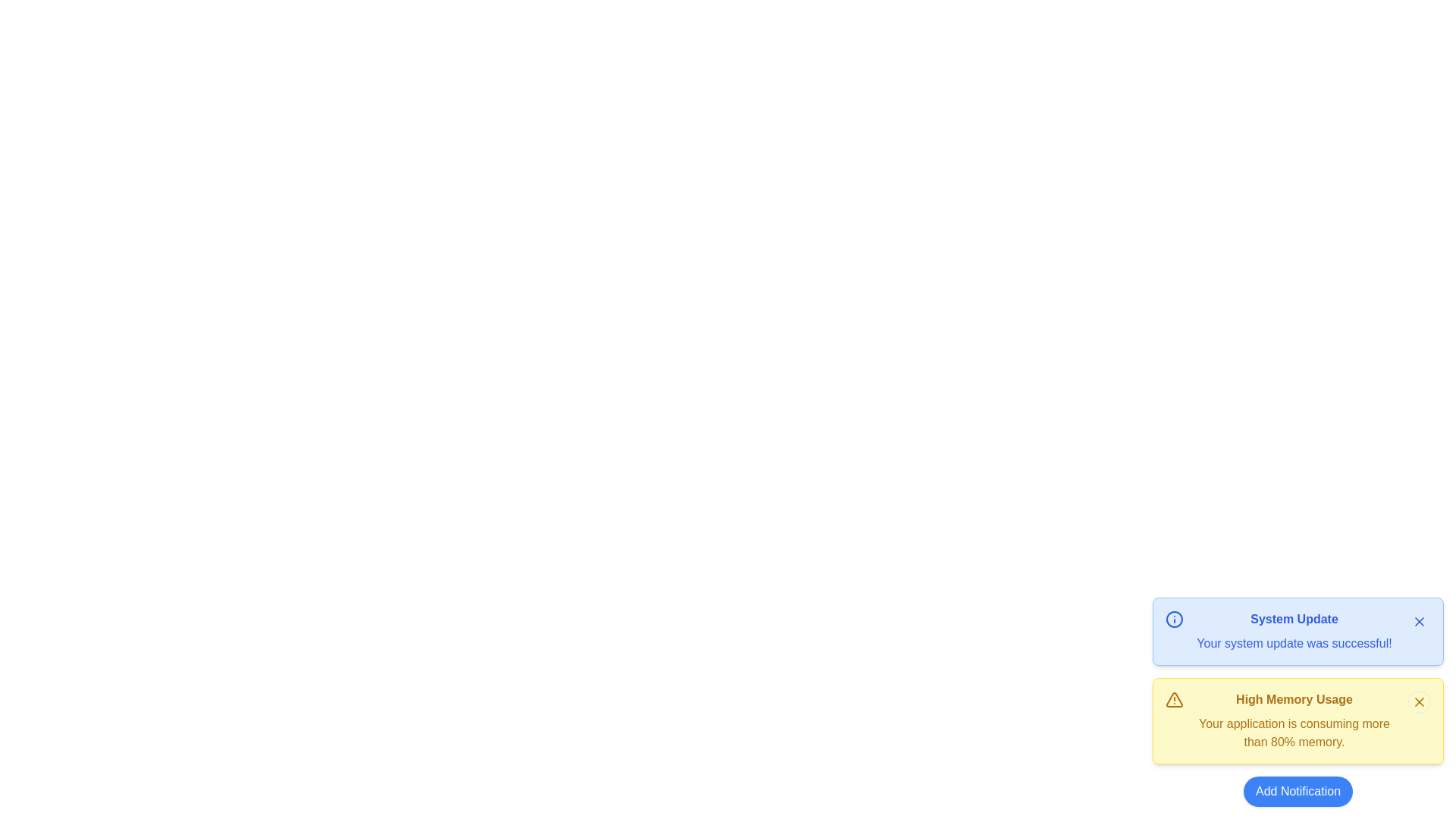 The image size is (1456, 819). Describe the element at coordinates (1174, 620) in the screenshot. I see `the appearance of the informational icon, which is a small circular icon with a blue outline and a white background, located within the notification panel displaying the message 'System Update Your system update was successful!'` at that location.